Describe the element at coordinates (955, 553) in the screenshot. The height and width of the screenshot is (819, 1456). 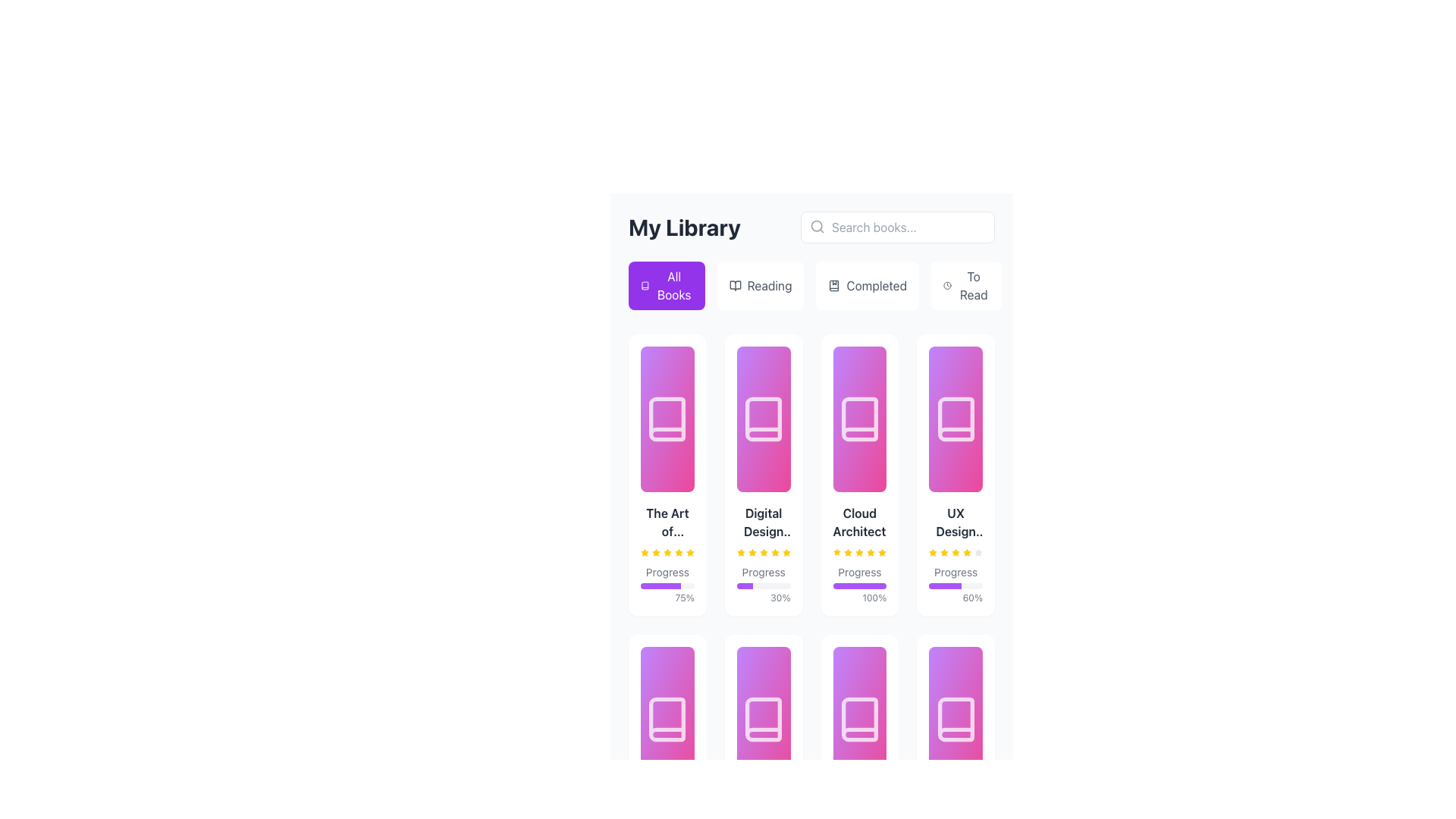
I see `the fourth yellow filled star icon in the rating indicator of the UX Design card located in the My Library interface` at that location.